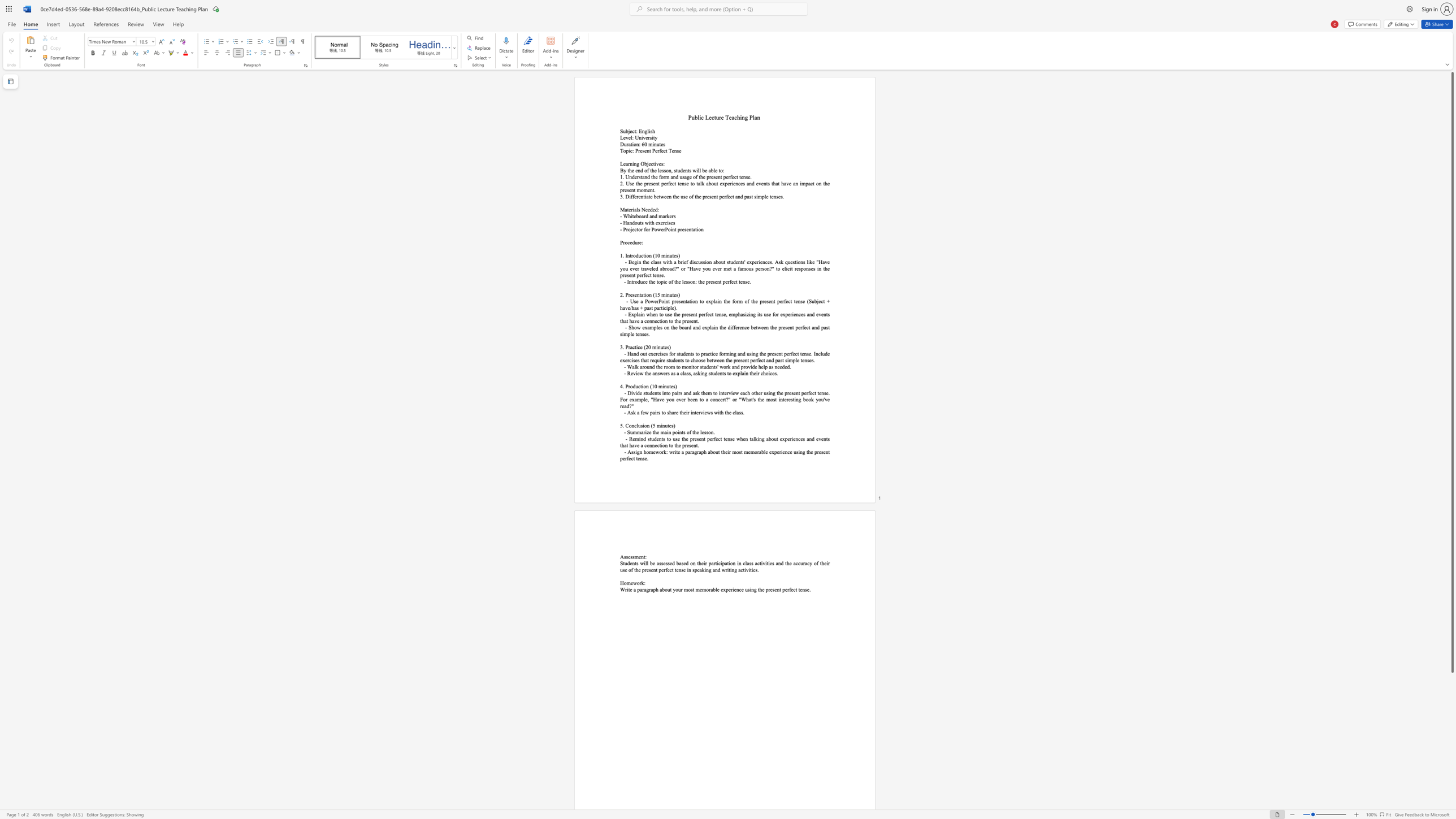  I want to click on the 1th character "e" in the text, so click(656, 223).